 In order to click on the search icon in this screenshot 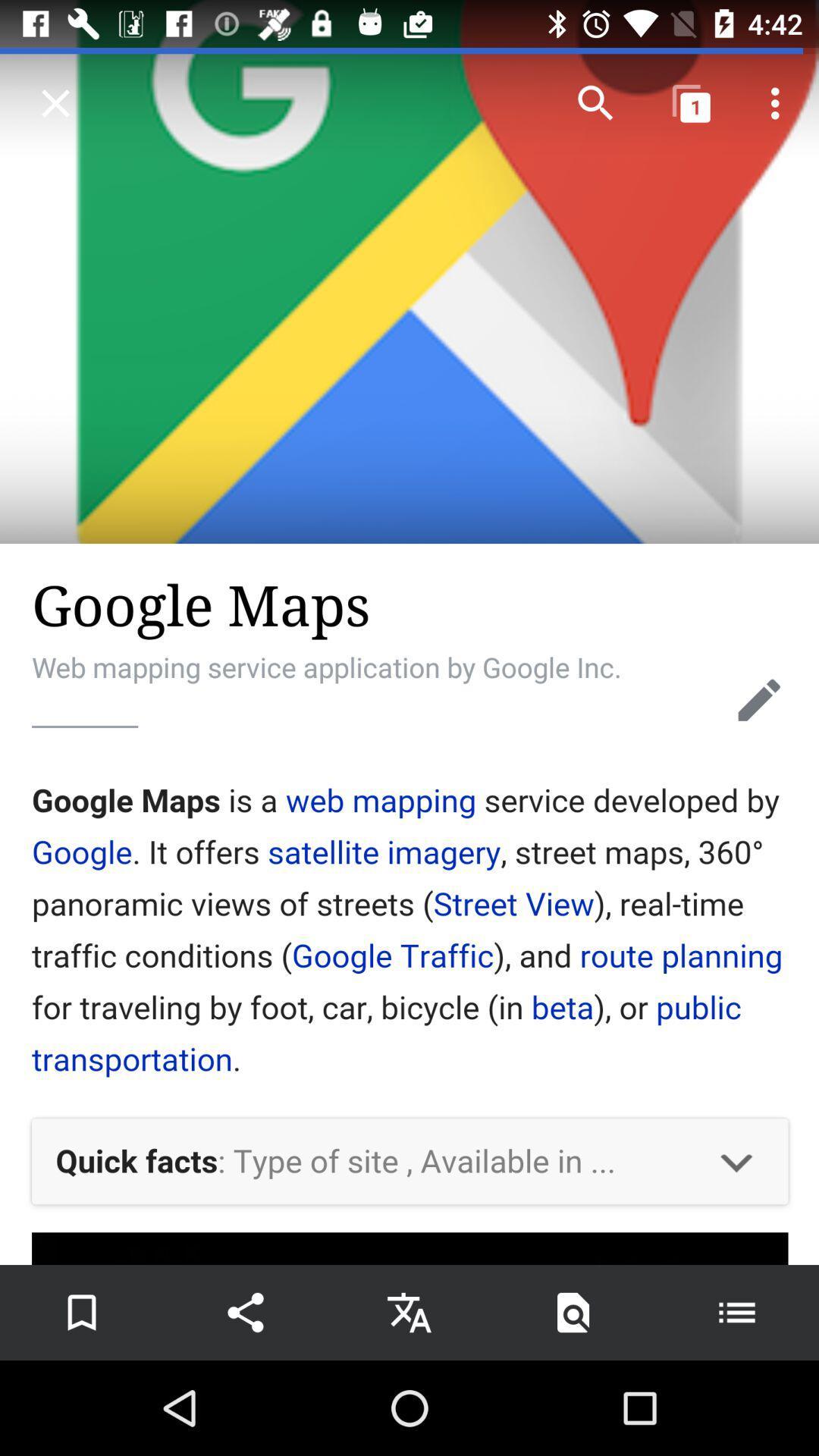, I will do `click(595, 103)`.